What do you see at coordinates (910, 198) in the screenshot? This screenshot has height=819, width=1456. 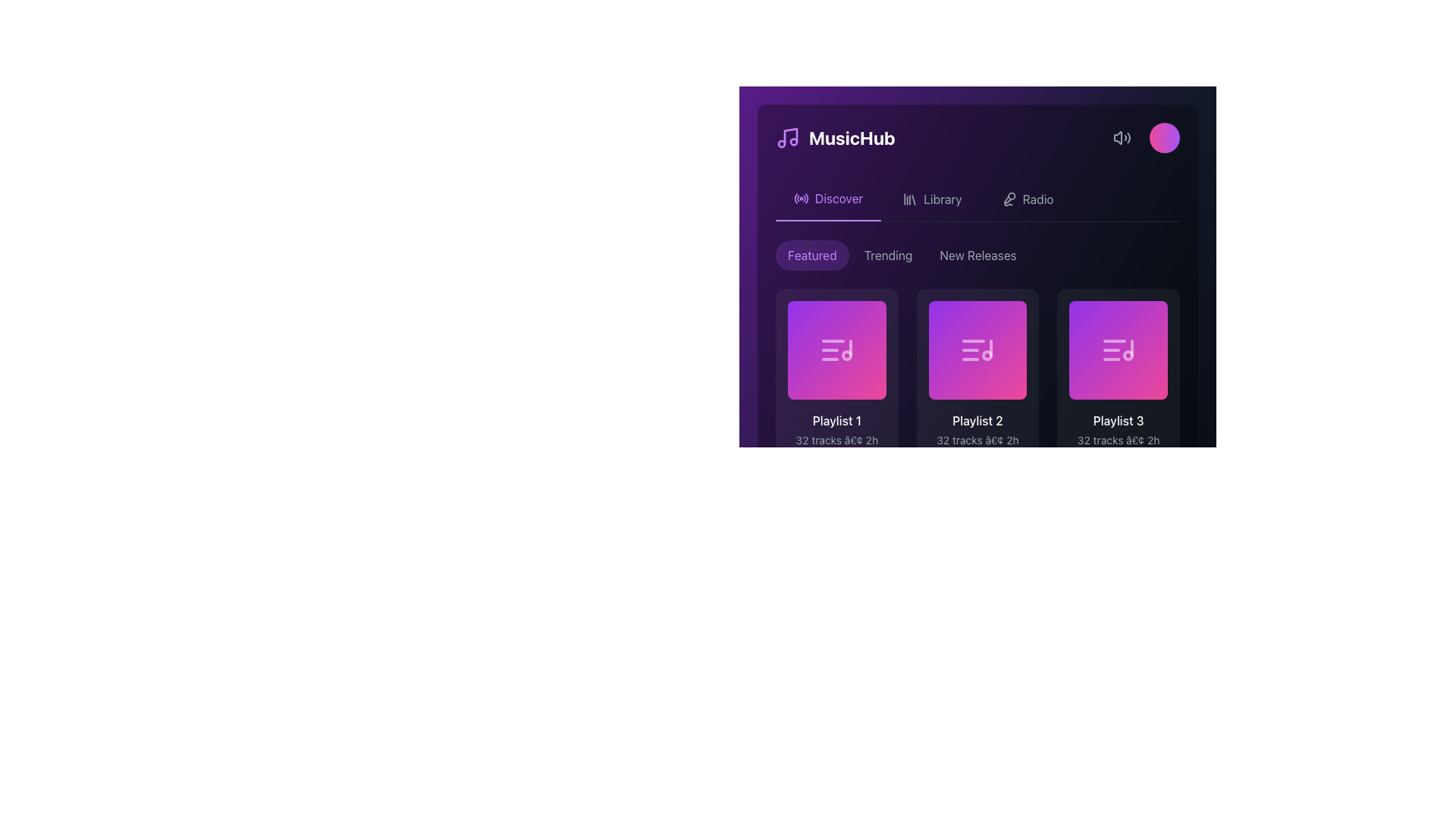 I see `the vertical bar-like icon representing the library in the navigation menu` at bounding box center [910, 198].